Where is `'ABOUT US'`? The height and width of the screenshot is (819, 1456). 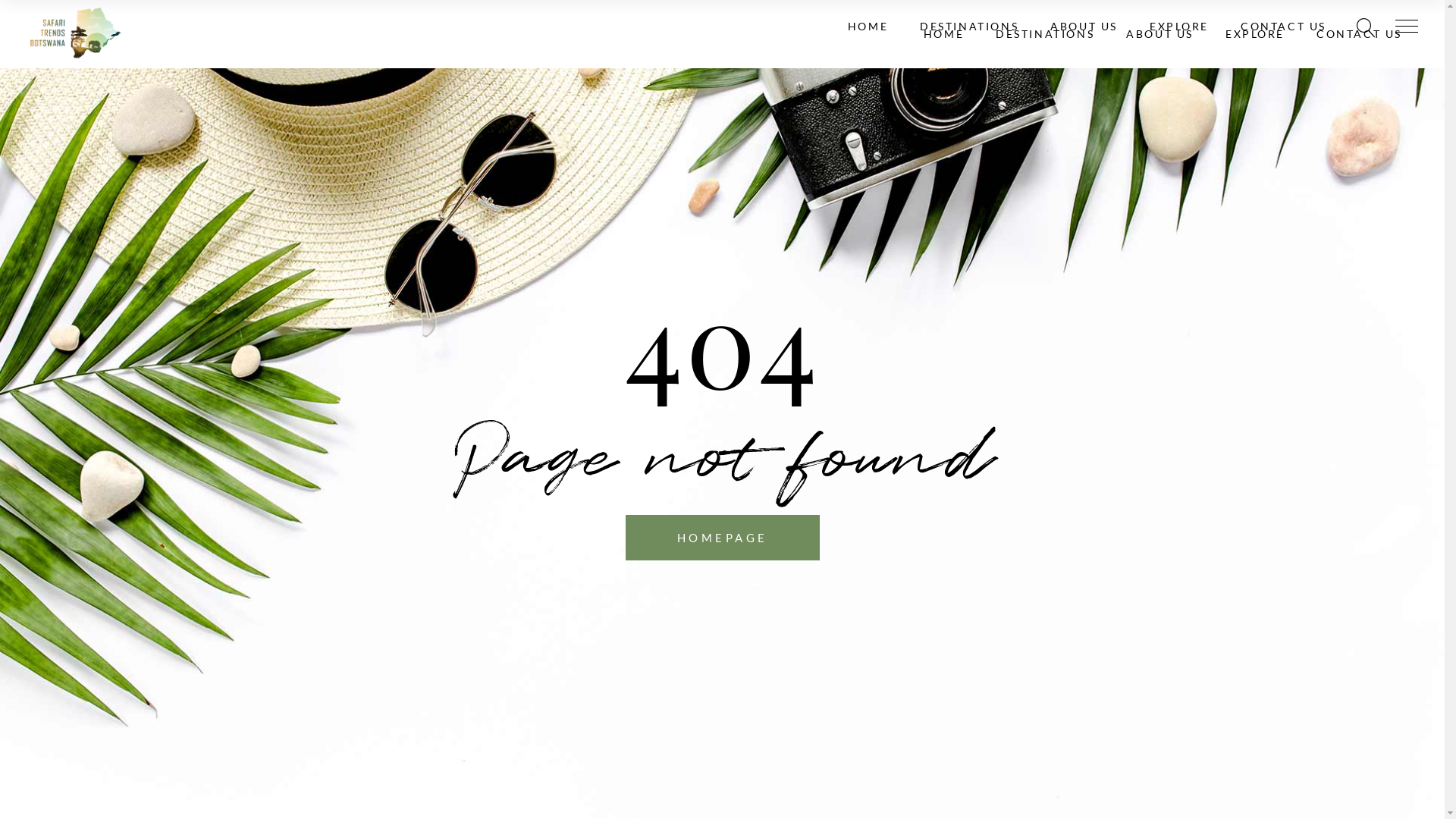 'ABOUT US' is located at coordinates (1083, 26).